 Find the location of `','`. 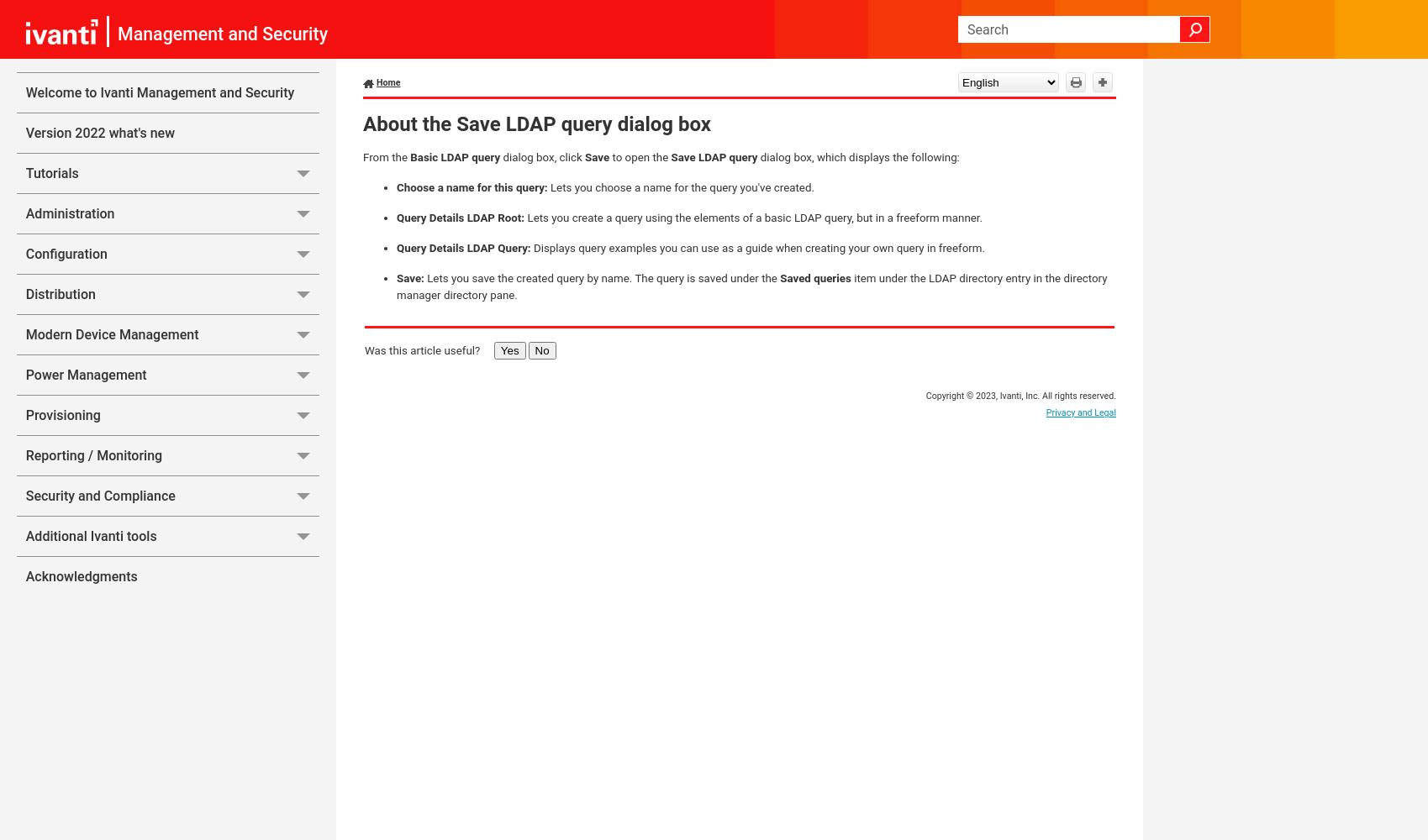

',' is located at coordinates (997, 395).